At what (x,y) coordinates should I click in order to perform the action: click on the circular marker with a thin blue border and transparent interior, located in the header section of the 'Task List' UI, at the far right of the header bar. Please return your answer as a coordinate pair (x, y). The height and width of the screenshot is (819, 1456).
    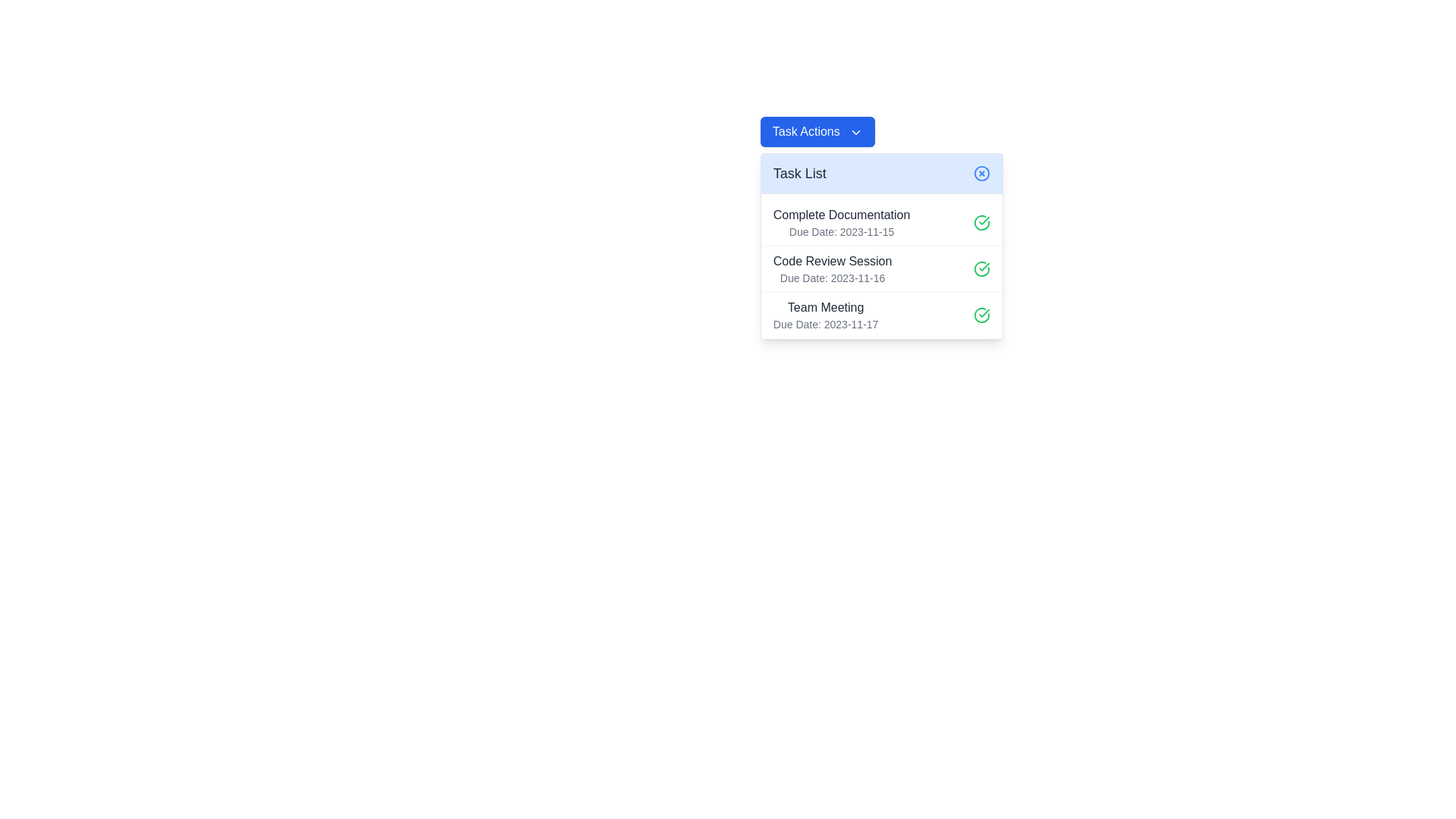
    Looking at the image, I should click on (981, 172).